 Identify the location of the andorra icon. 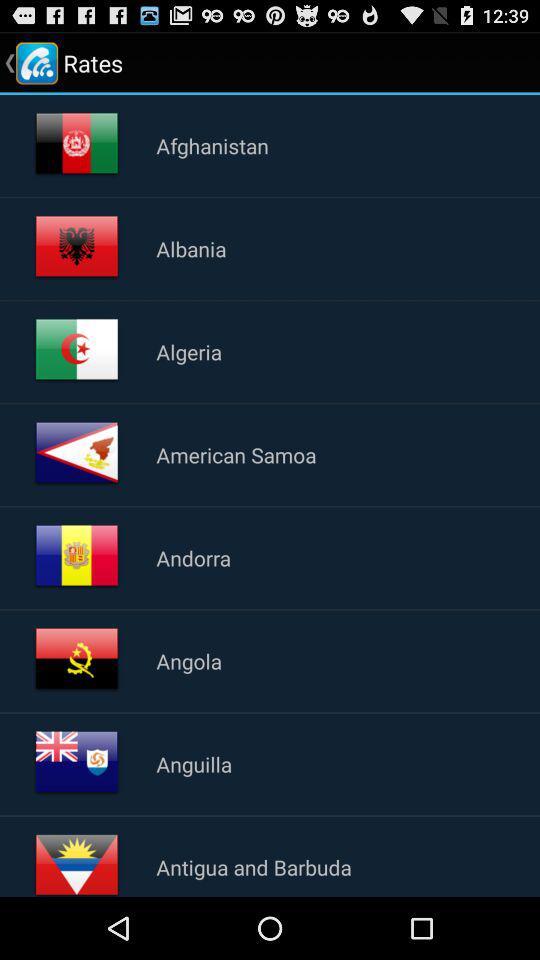
(193, 558).